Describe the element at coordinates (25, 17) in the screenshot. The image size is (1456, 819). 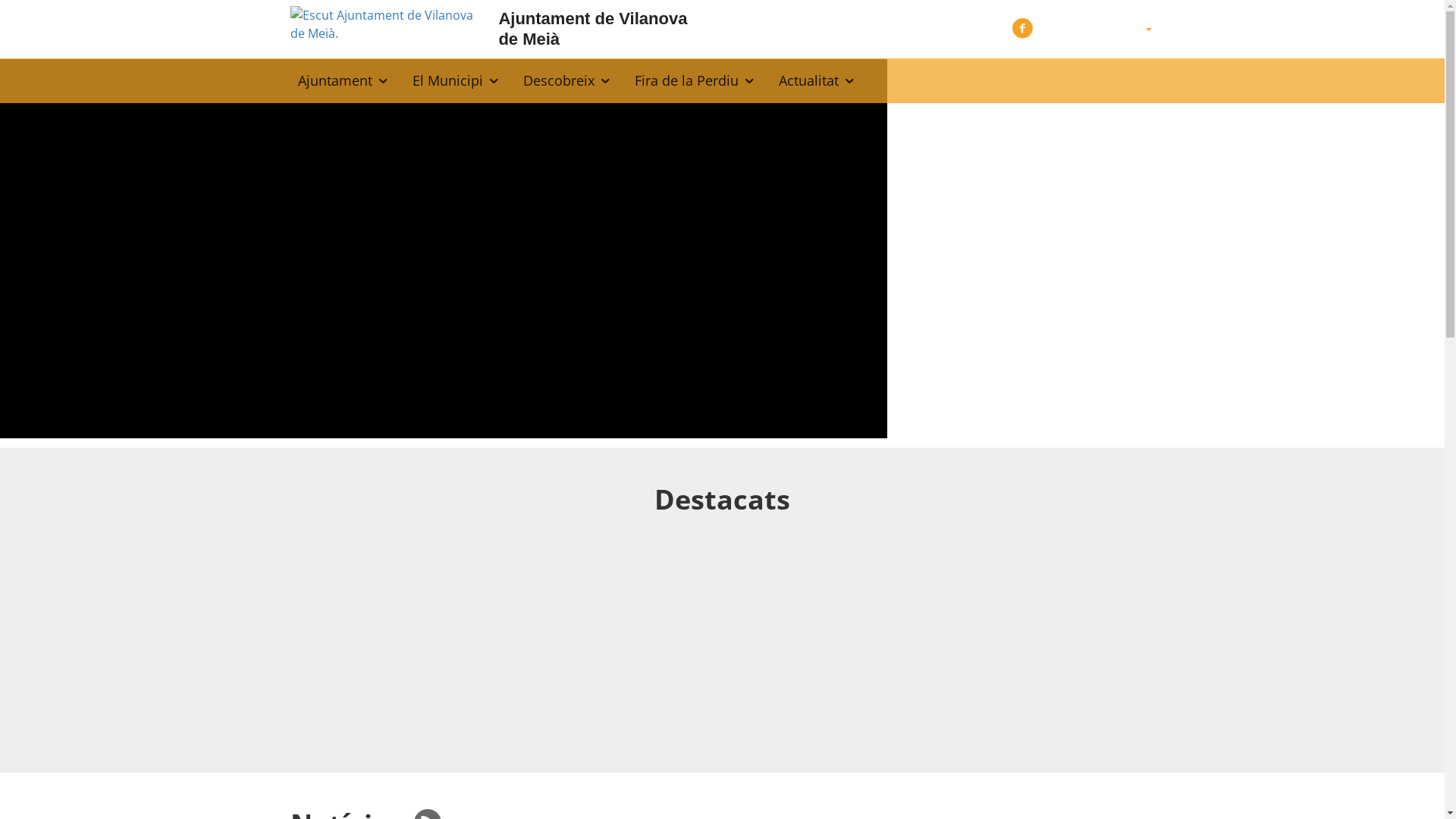
I see `'AL CONTINGUT'` at that location.